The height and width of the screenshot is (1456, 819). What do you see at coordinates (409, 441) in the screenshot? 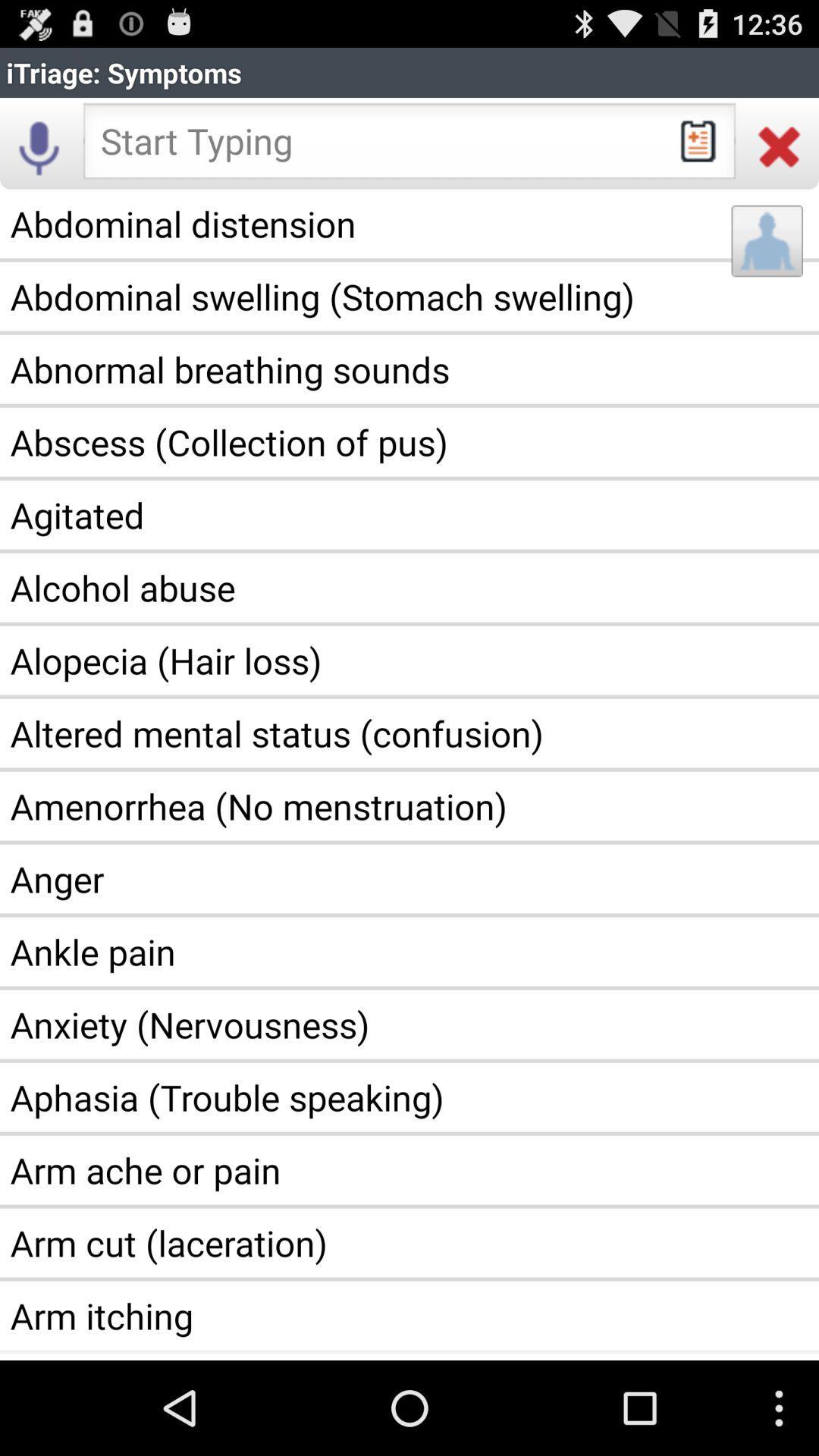
I see `abscess collection of item` at bounding box center [409, 441].